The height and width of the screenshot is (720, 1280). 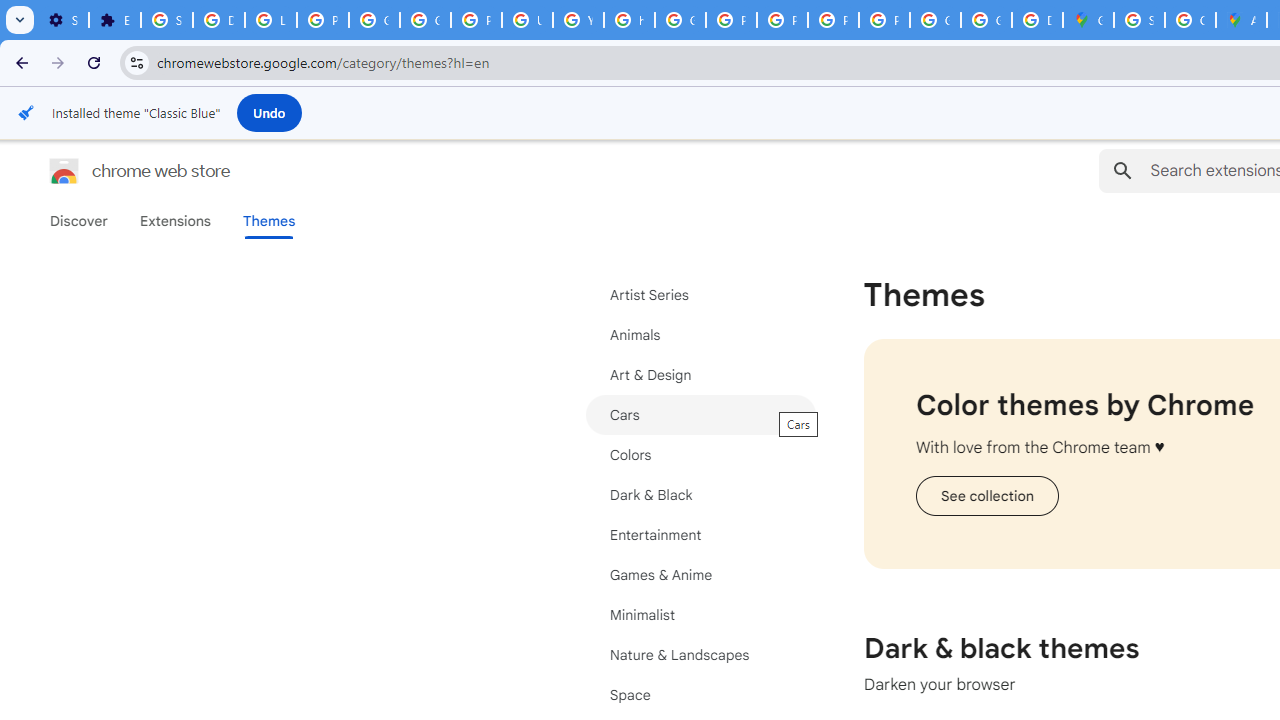 What do you see at coordinates (423, 20) in the screenshot?
I see `'Google Account Help'` at bounding box center [423, 20].